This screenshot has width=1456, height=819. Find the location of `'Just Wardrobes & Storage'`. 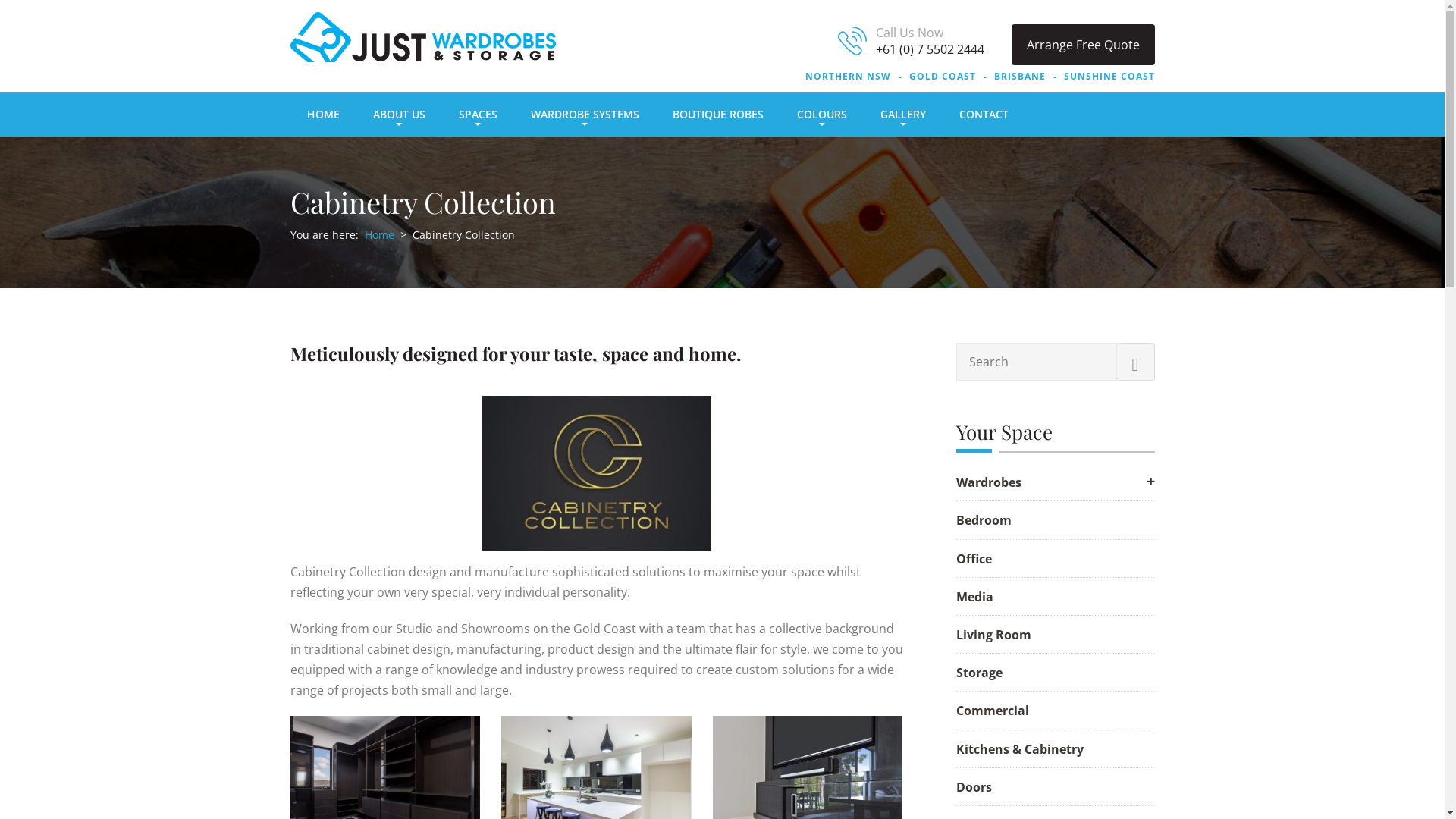

'Just Wardrobes & Storage' is located at coordinates (422, 36).